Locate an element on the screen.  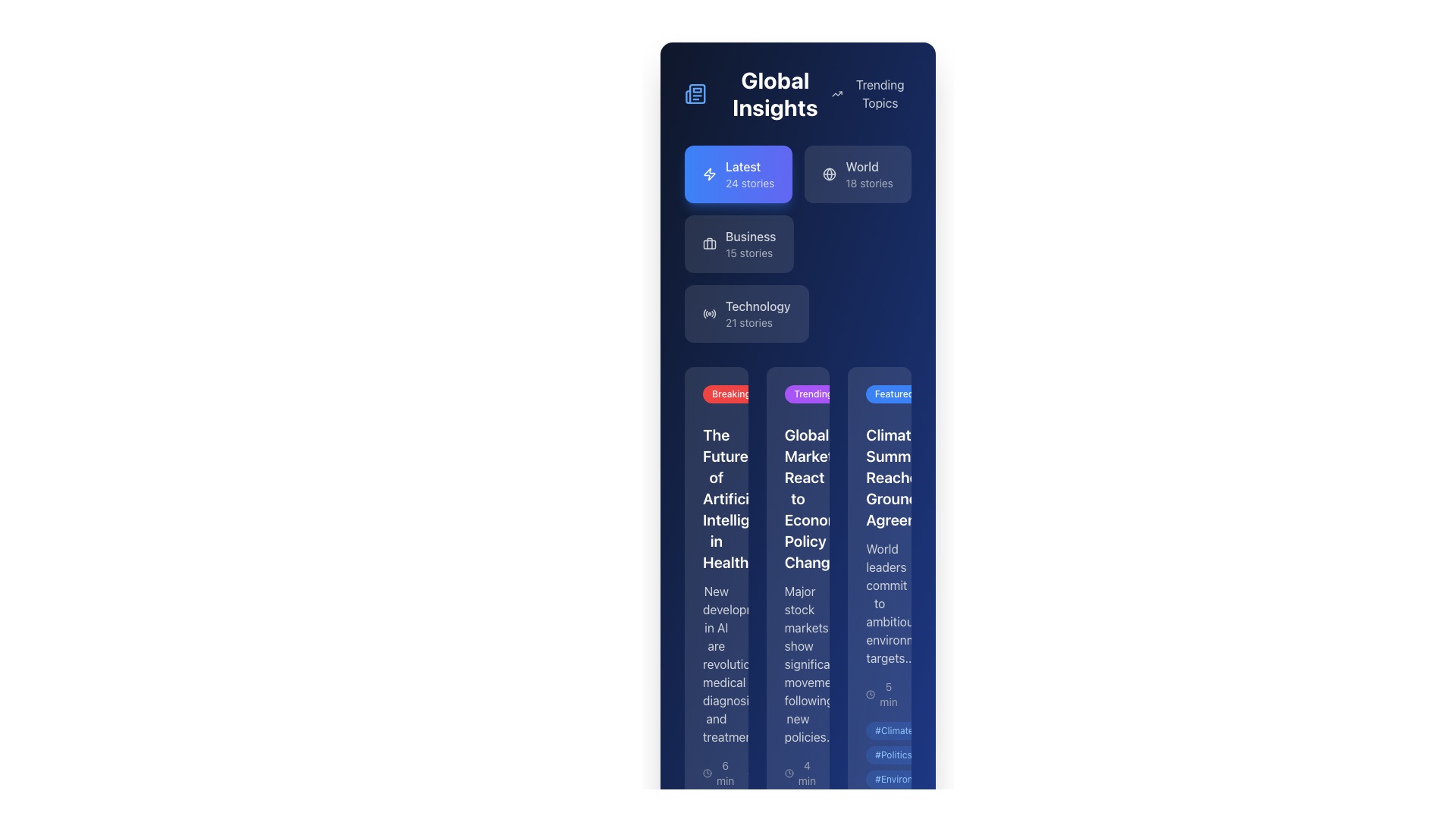
the small upward-trending chart icon located to the left of the 'Trending Topics' text is located at coordinates (836, 93).